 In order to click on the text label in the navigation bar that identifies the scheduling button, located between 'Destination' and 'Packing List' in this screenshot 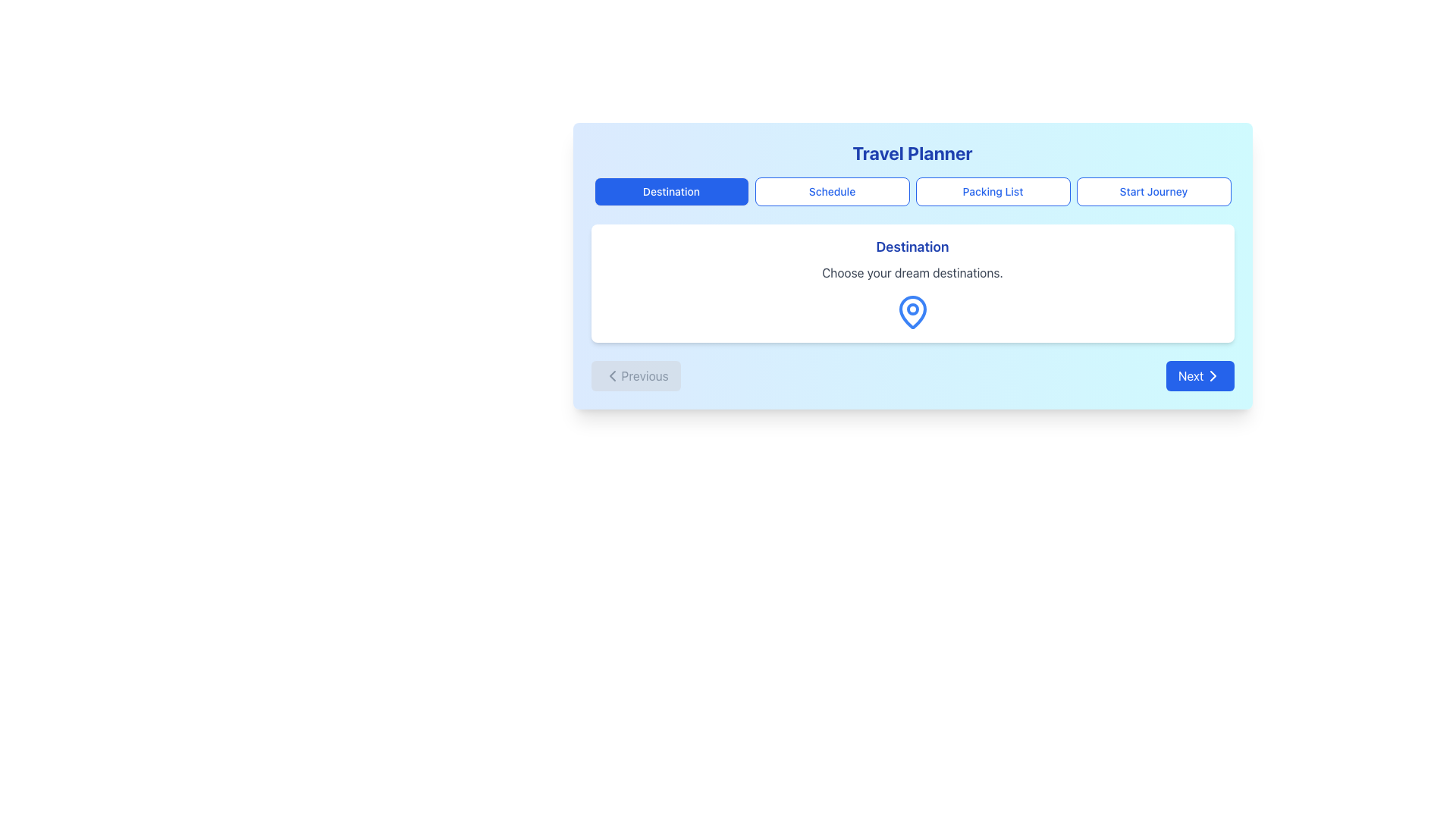, I will do `click(831, 191)`.